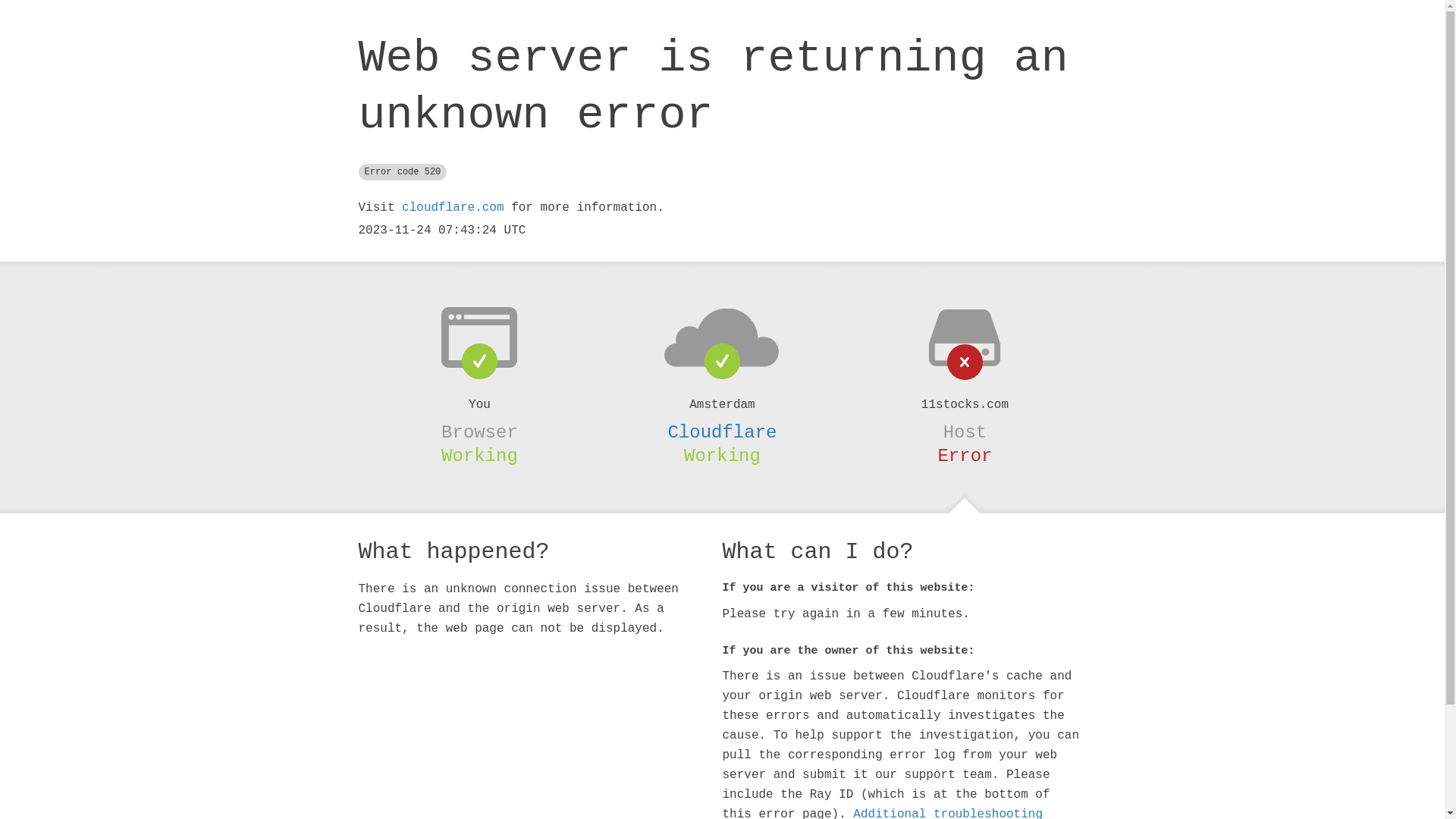 Image resolution: width=1456 pixels, height=819 pixels. I want to click on 'Cloudflare', so click(667, 432).